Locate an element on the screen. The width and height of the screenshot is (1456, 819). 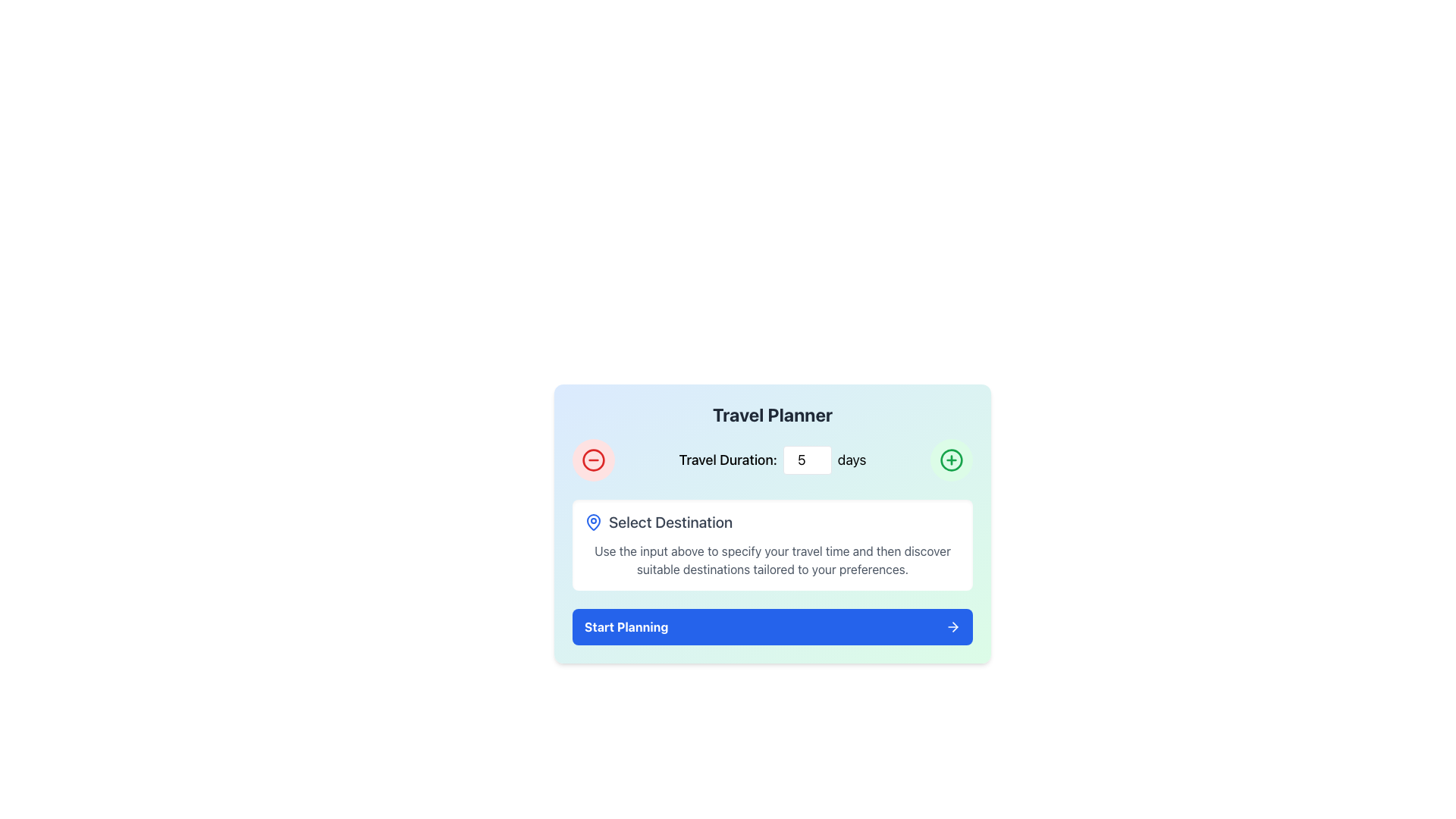
the small triangular icon resembling an arrow pointing right, located at the end of the 'Start Planning' button is located at coordinates (954, 626).